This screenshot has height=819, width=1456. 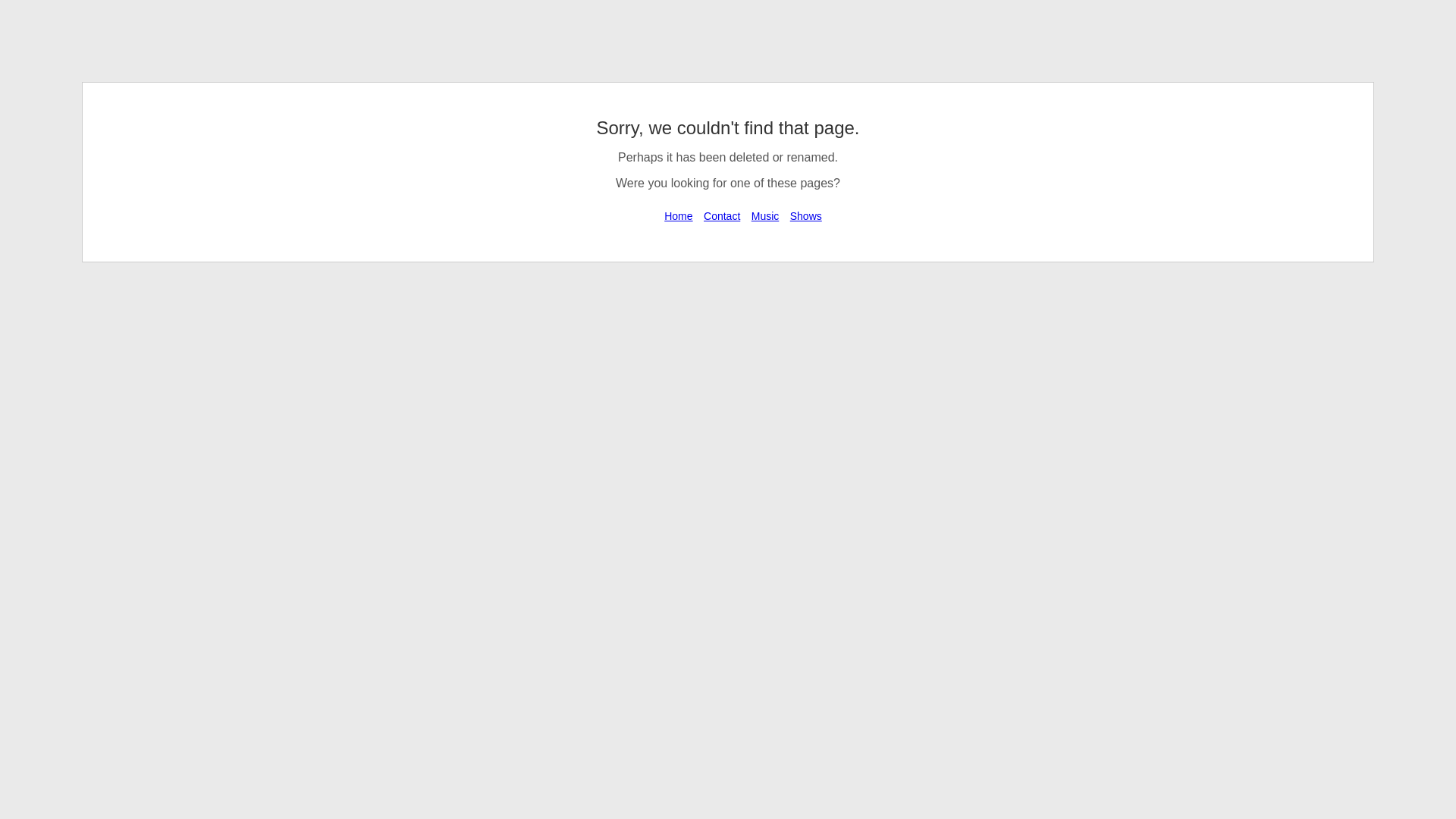 I want to click on 'Music', so click(x=765, y=216).